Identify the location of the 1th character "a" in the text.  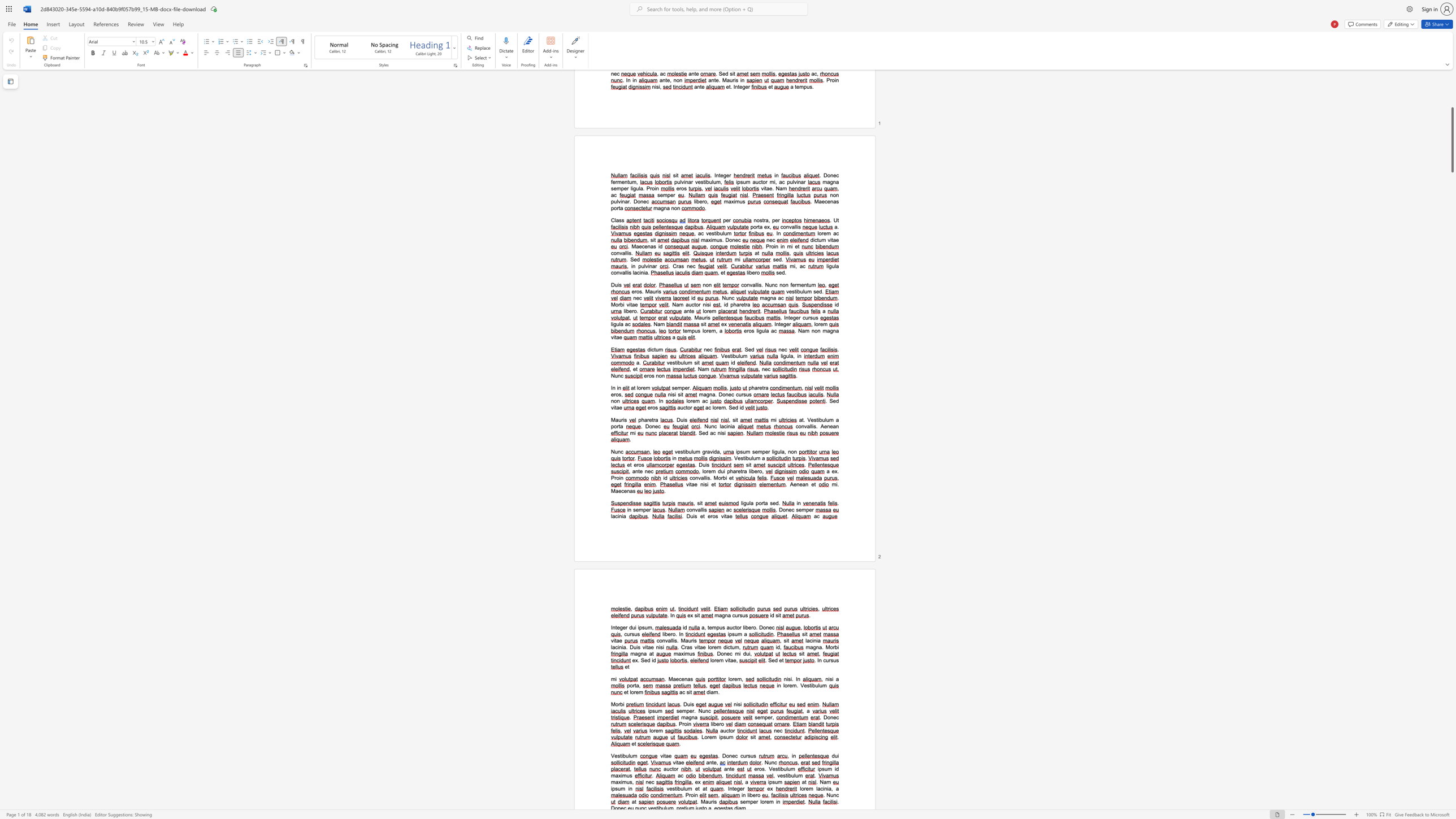
(617, 775).